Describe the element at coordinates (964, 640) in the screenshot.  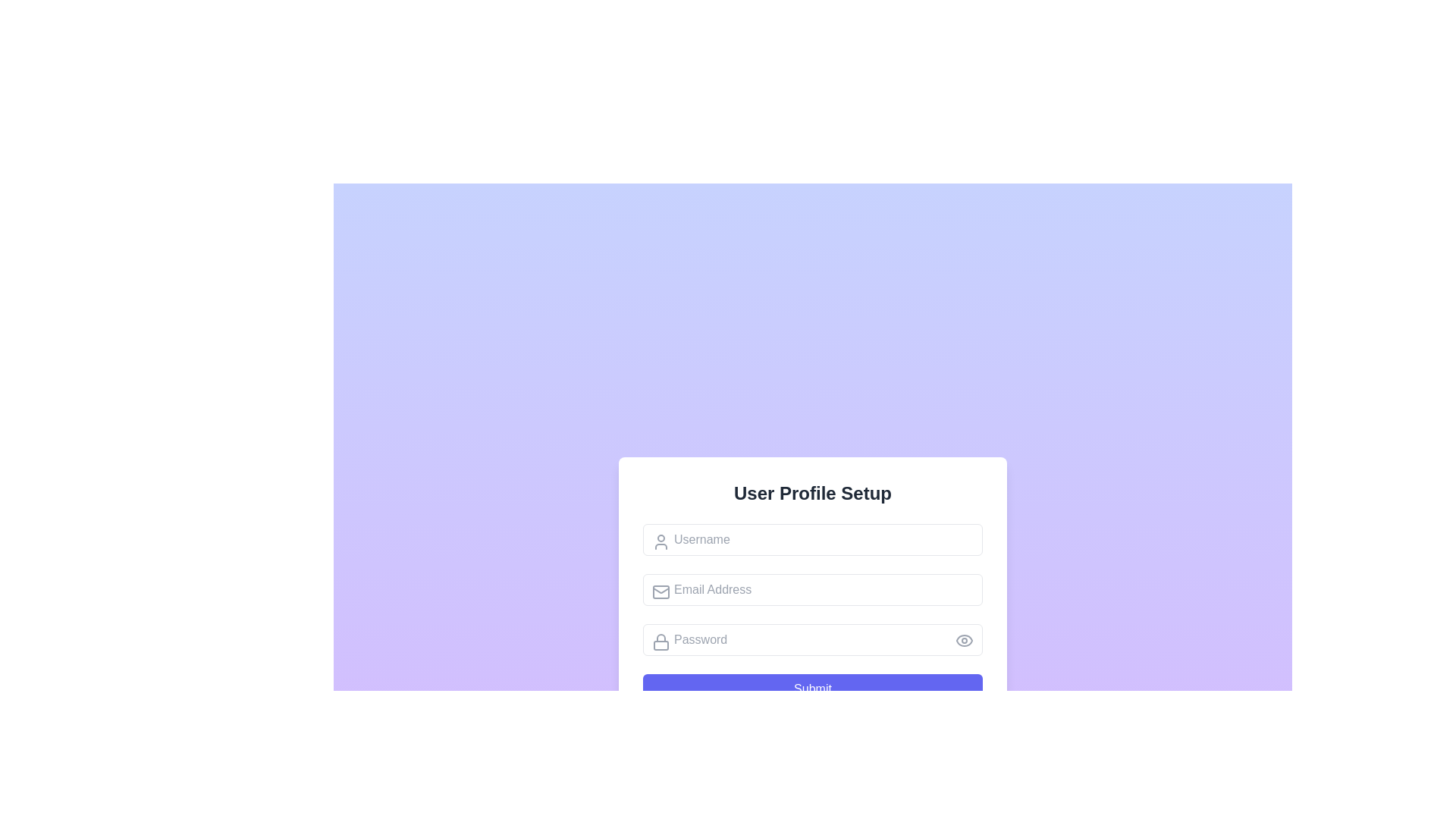
I see `the eye icon located on the right side of the password input field` at that location.